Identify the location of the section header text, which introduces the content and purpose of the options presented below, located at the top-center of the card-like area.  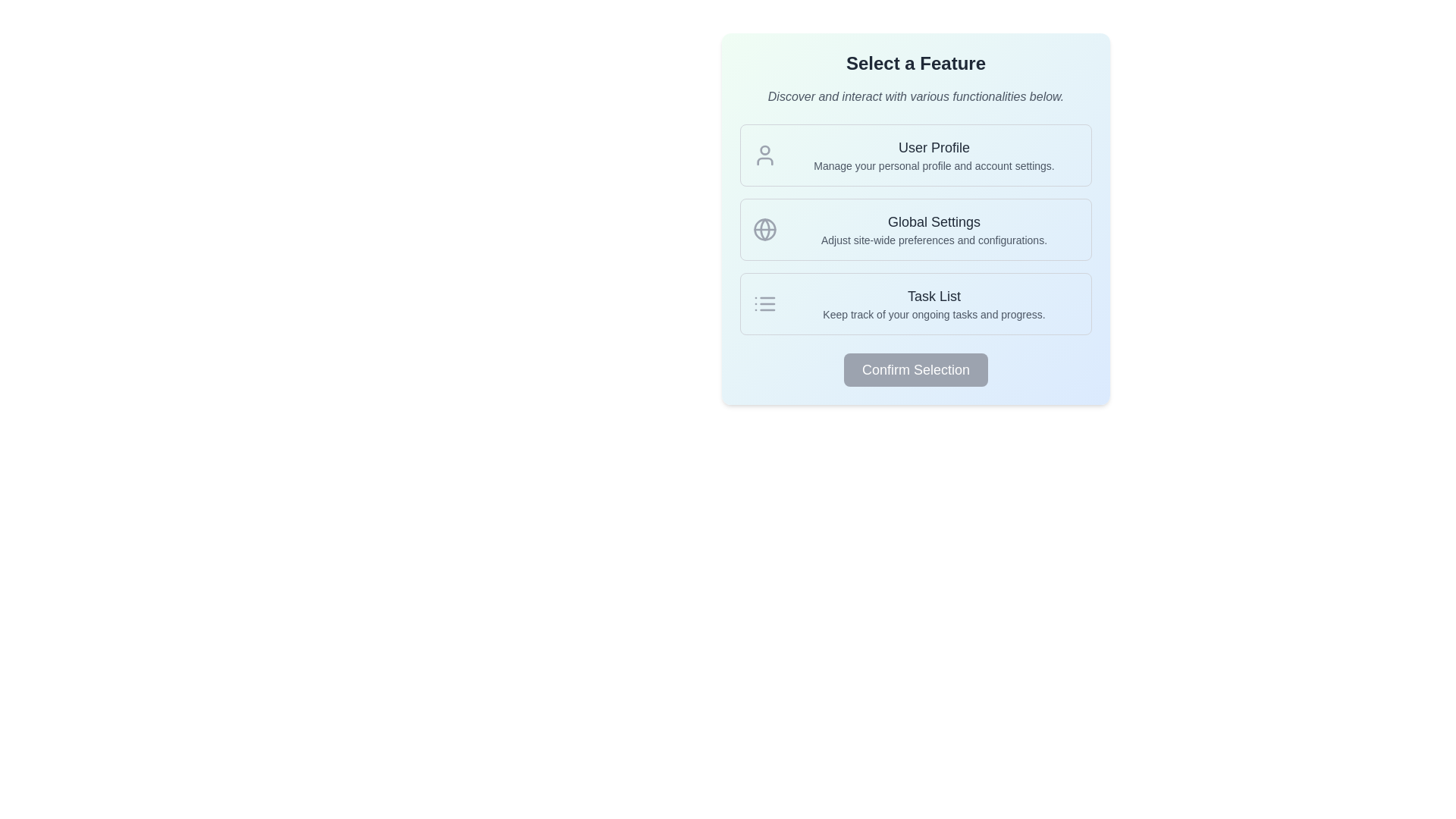
(915, 63).